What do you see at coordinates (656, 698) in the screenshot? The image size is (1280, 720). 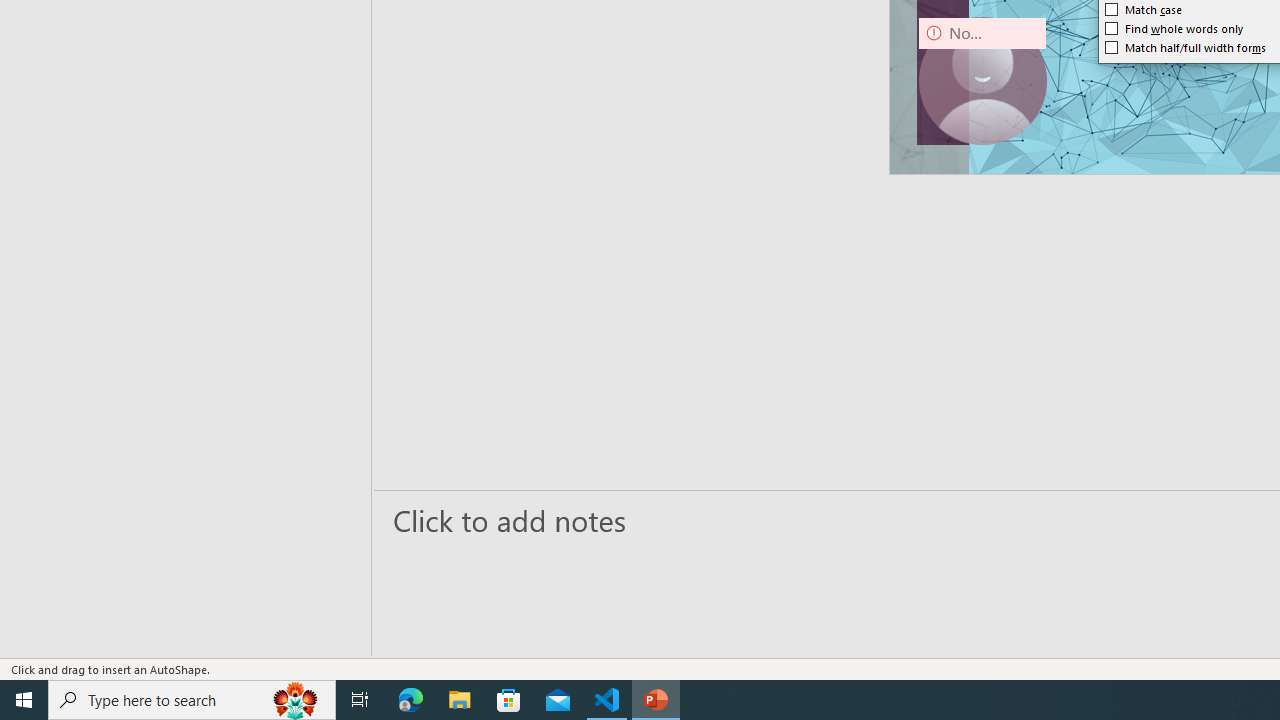 I see `'PowerPoint - 1 running window'` at bounding box center [656, 698].